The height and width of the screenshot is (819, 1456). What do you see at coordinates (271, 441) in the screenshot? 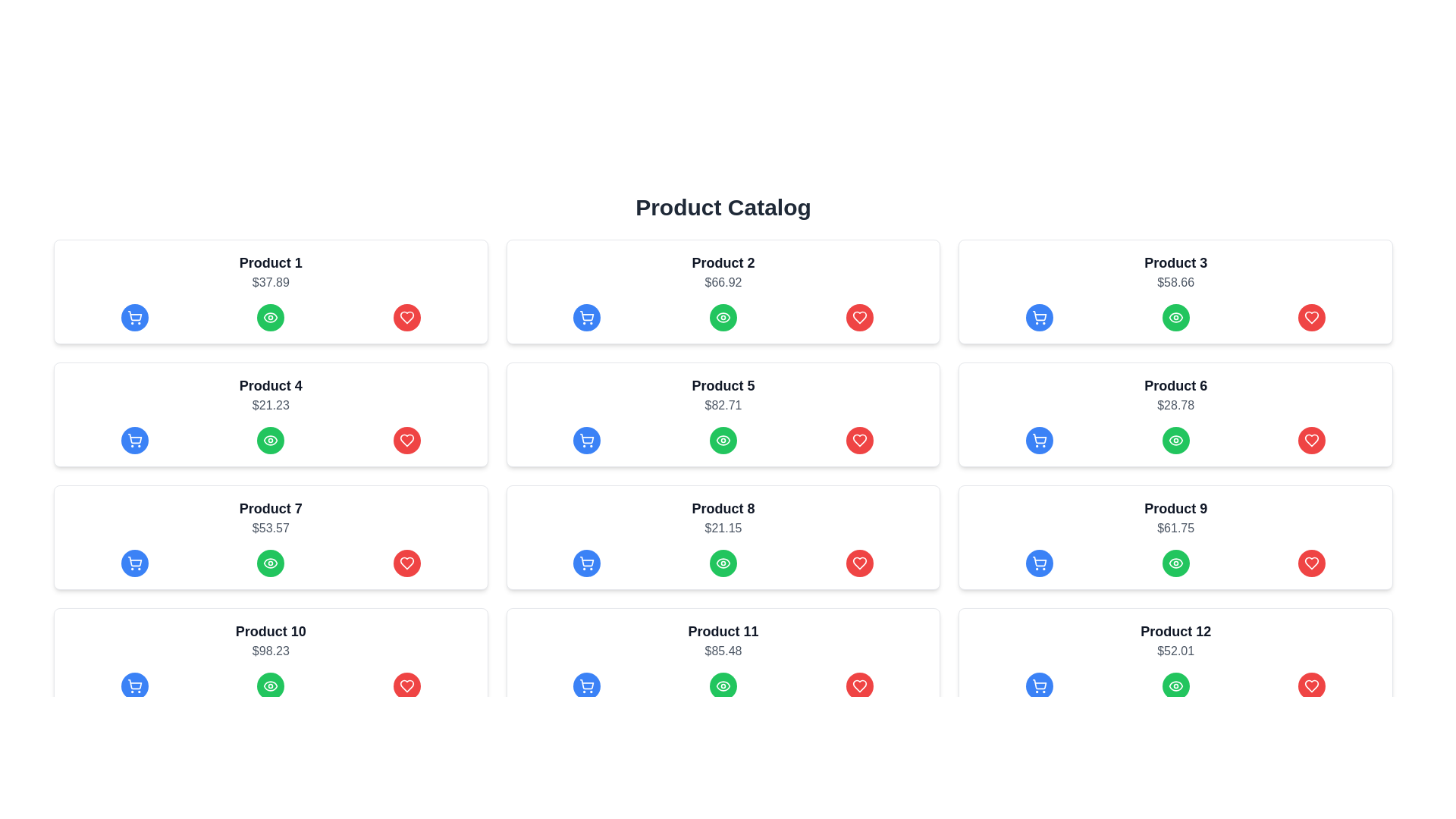
I see `the 'view details' button located in the middle of a group of three buttons below the pricing information for 'Product 4' in the second row of the product grid` at bounding box center [271, 441].